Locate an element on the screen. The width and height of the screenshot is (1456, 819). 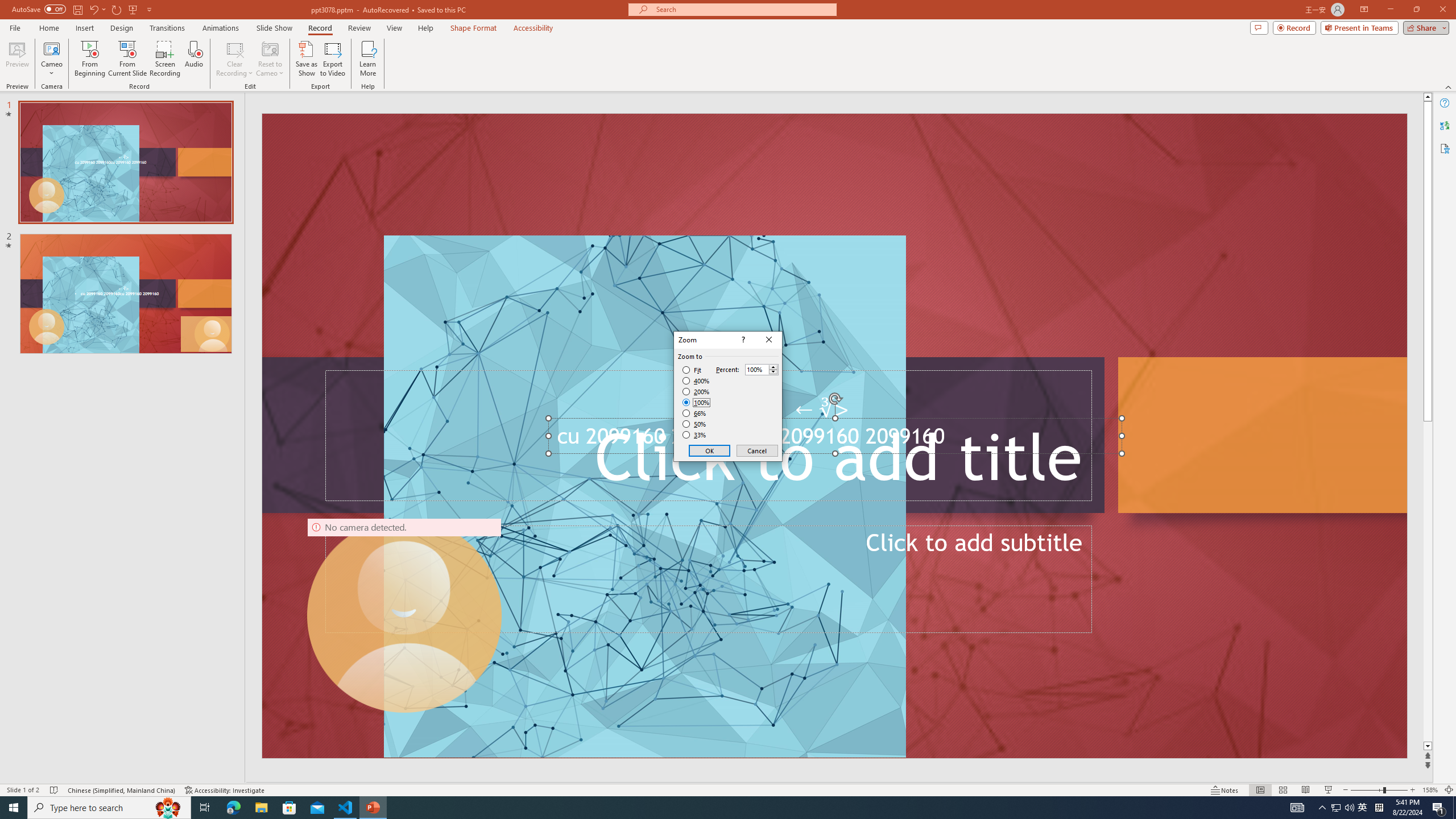
'100%' is located at coordinates (696, 402).